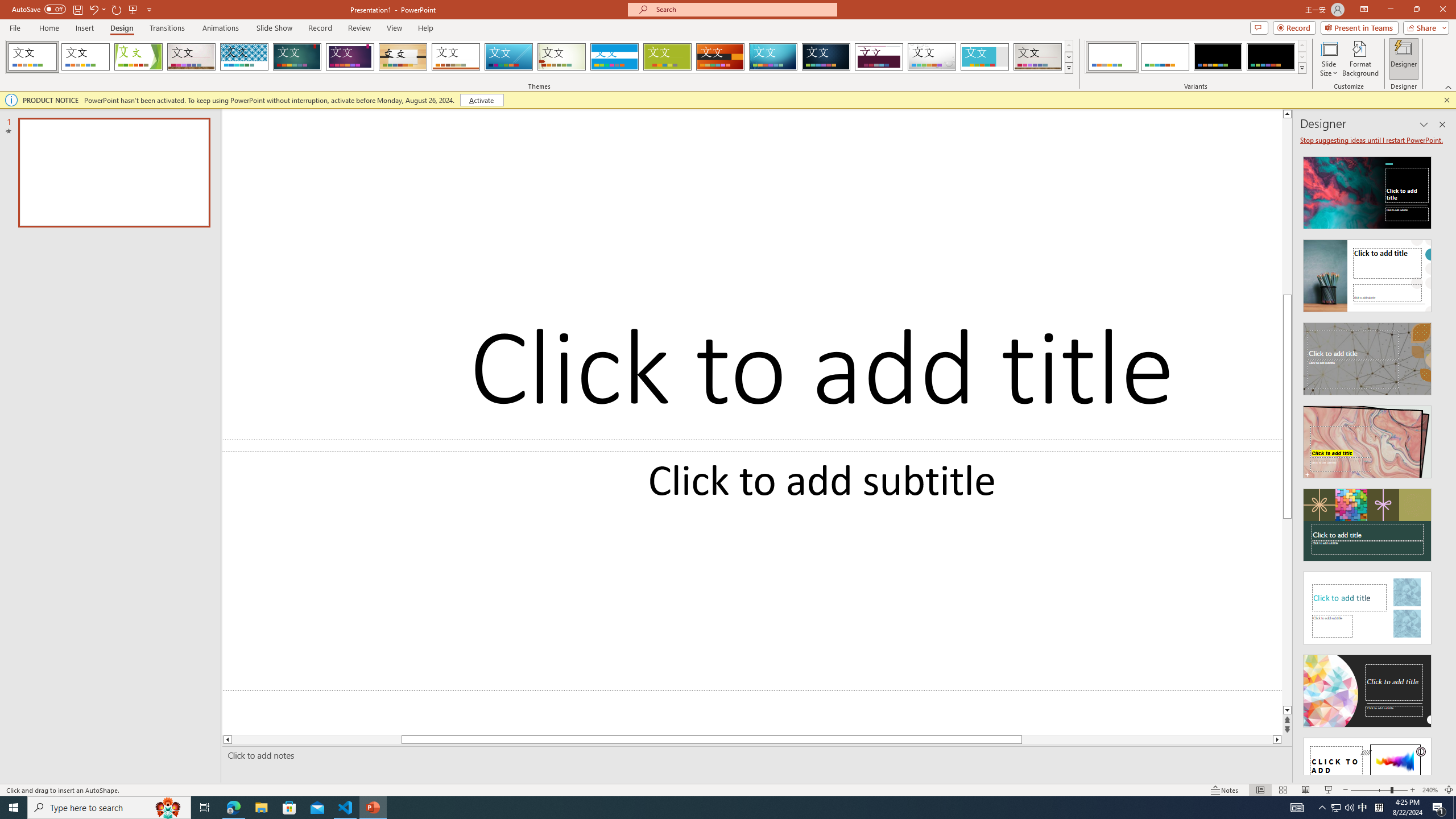  What do you see at coordinates (1301, 67) in the screenshot?
I see `'Variants'` at bounding box center [1301, 67].